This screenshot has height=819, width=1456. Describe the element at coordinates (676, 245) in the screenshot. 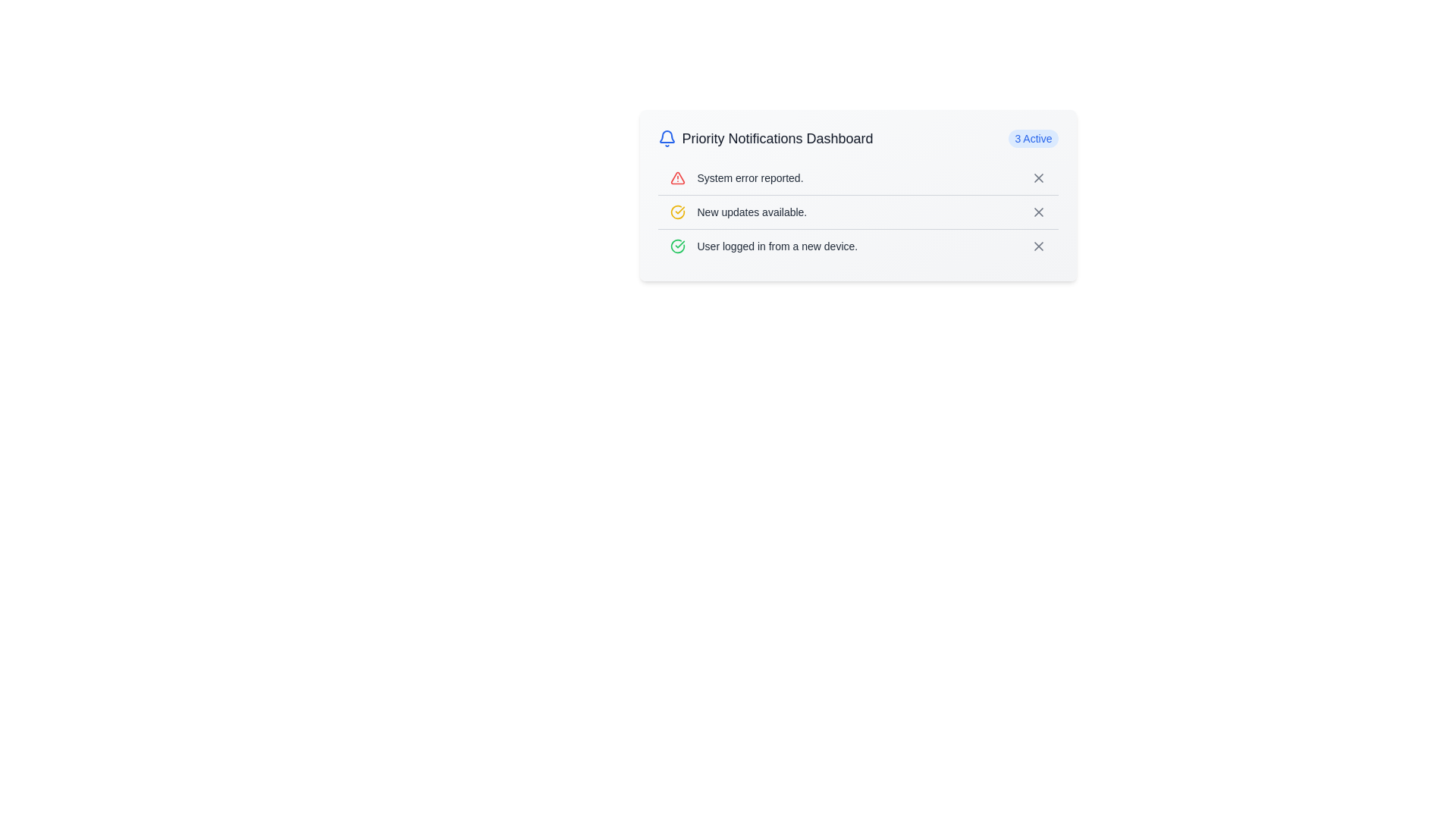

I see `the affirmative icon located to the left of the text 'User logged in from a new device.' in the third row of the notification list` at that location.